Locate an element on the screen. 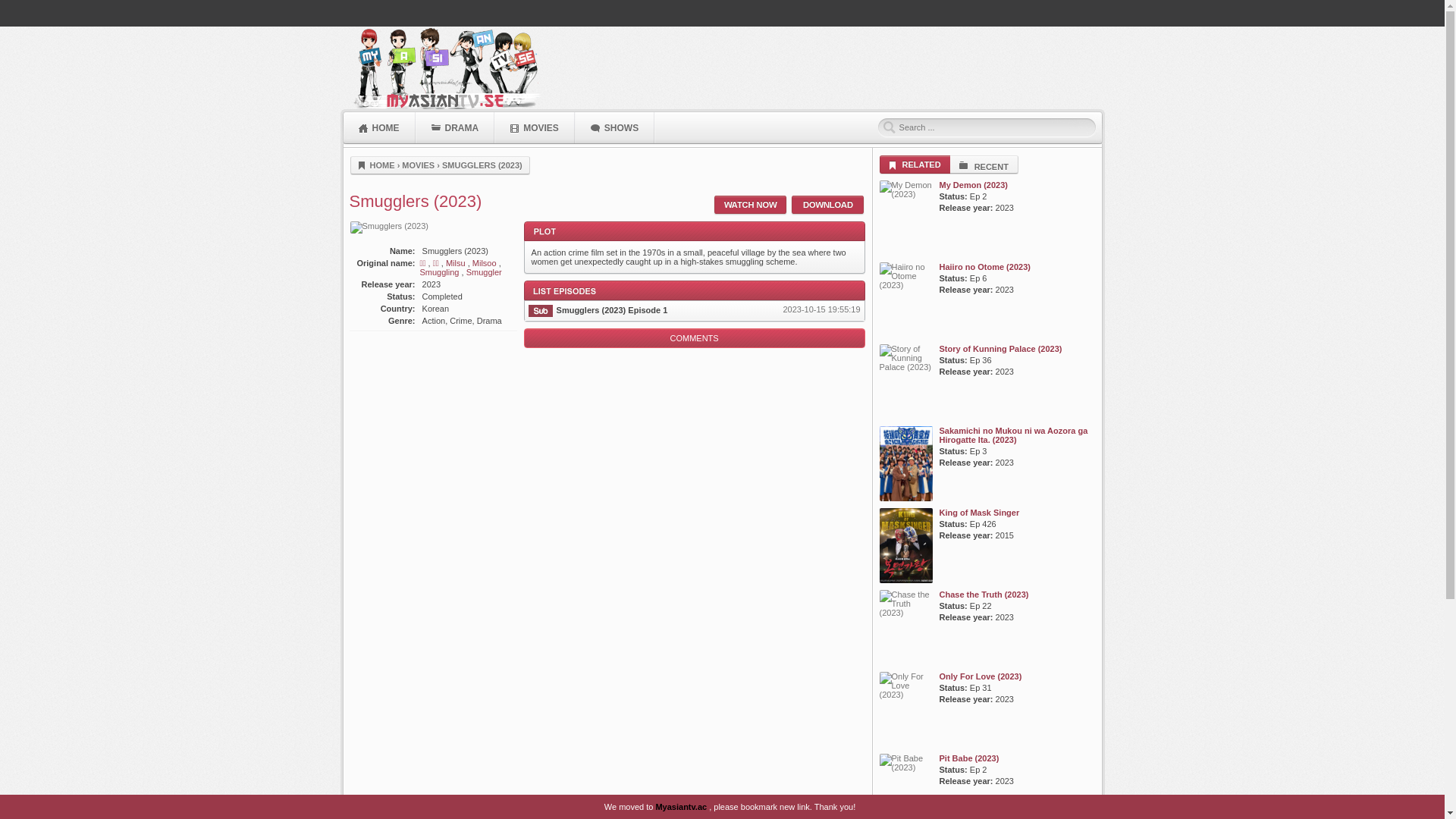 This screenshot has width=1456, height=819. 'SHOWS' is located at coordinates (615, 132).